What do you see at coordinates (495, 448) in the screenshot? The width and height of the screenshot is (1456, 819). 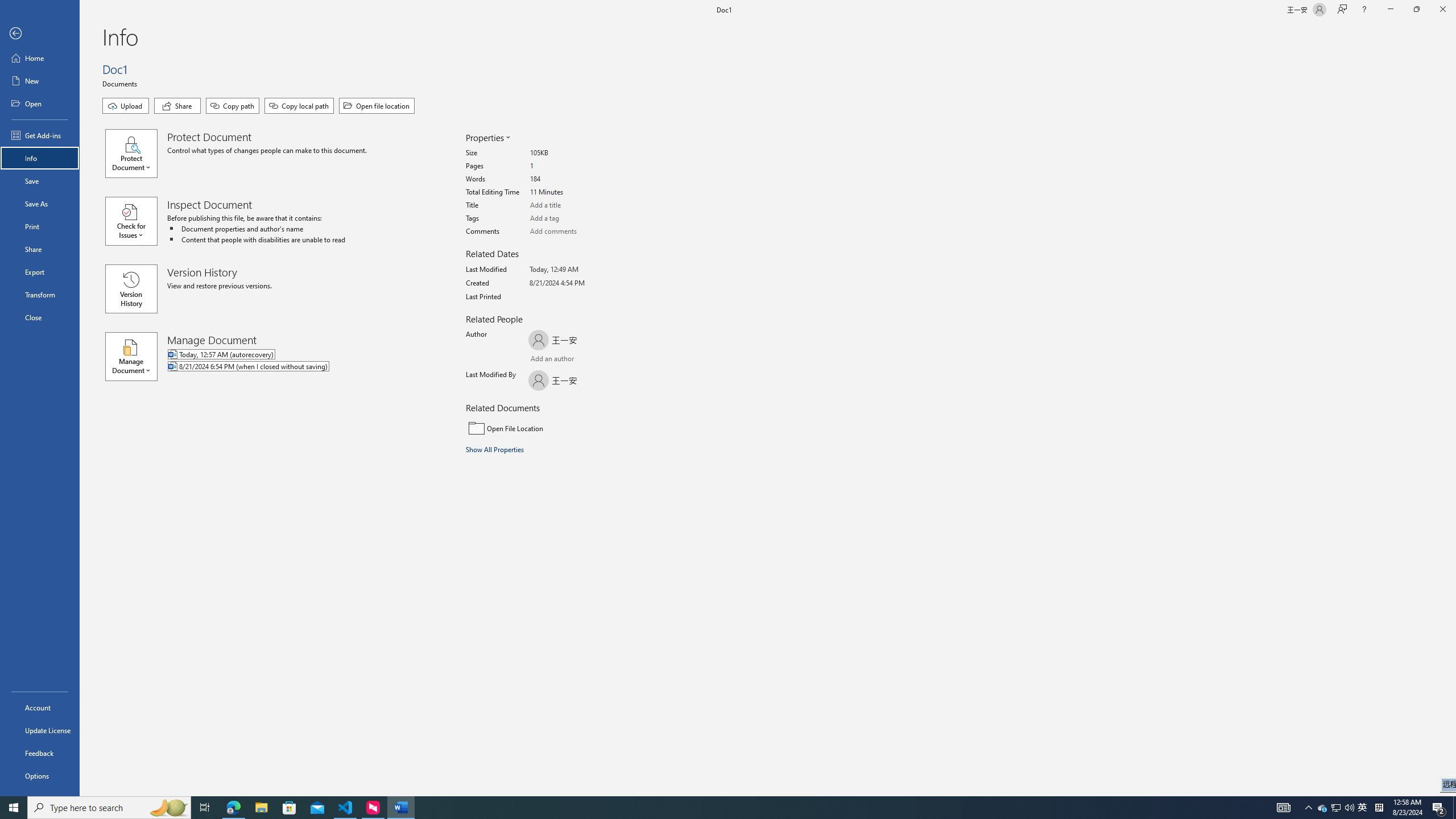 I see `'Show All Properties'` at bounding box center [495, 448].